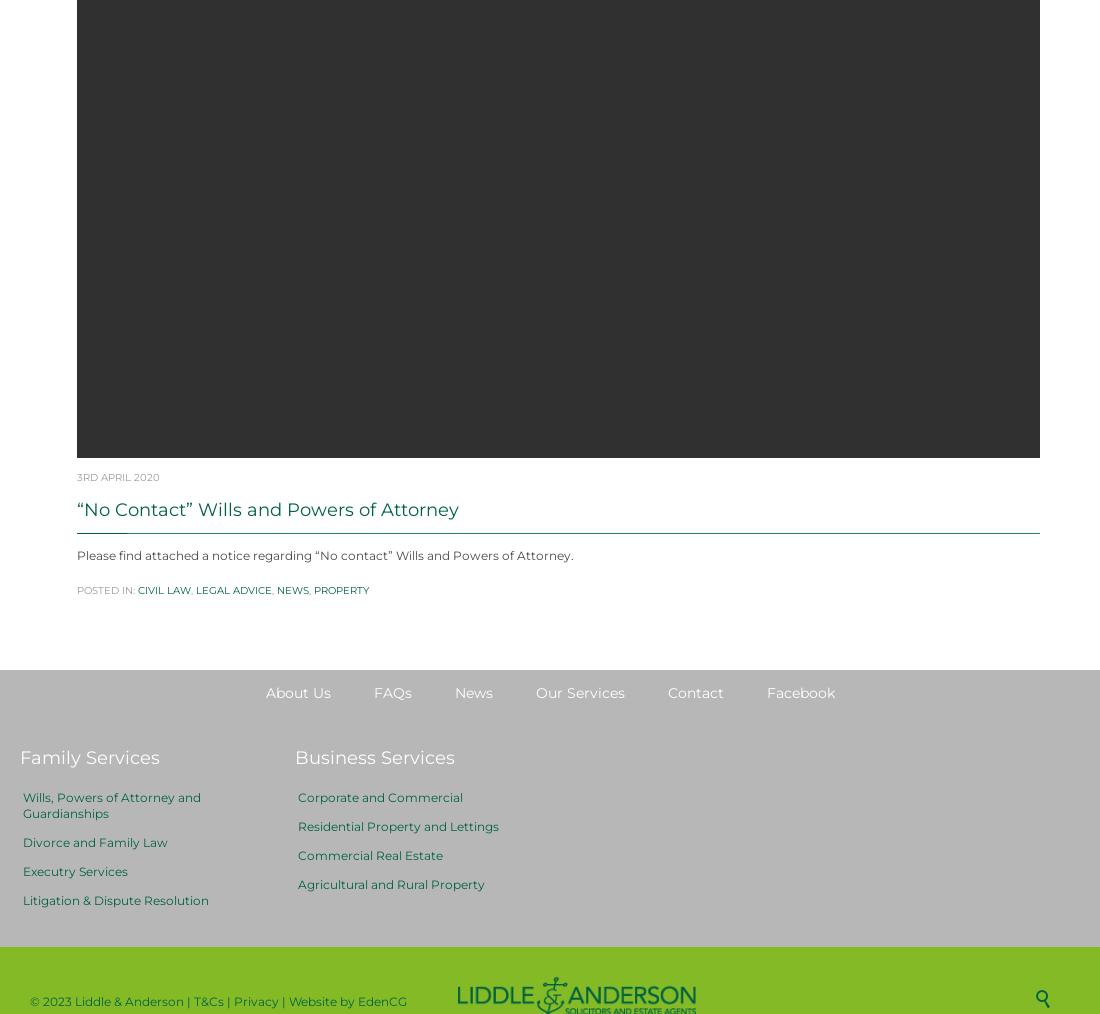  What do you see at coordinates (800, 740) in the screenshot?
I see `'Facebook'` at bounding box center [800, 740].